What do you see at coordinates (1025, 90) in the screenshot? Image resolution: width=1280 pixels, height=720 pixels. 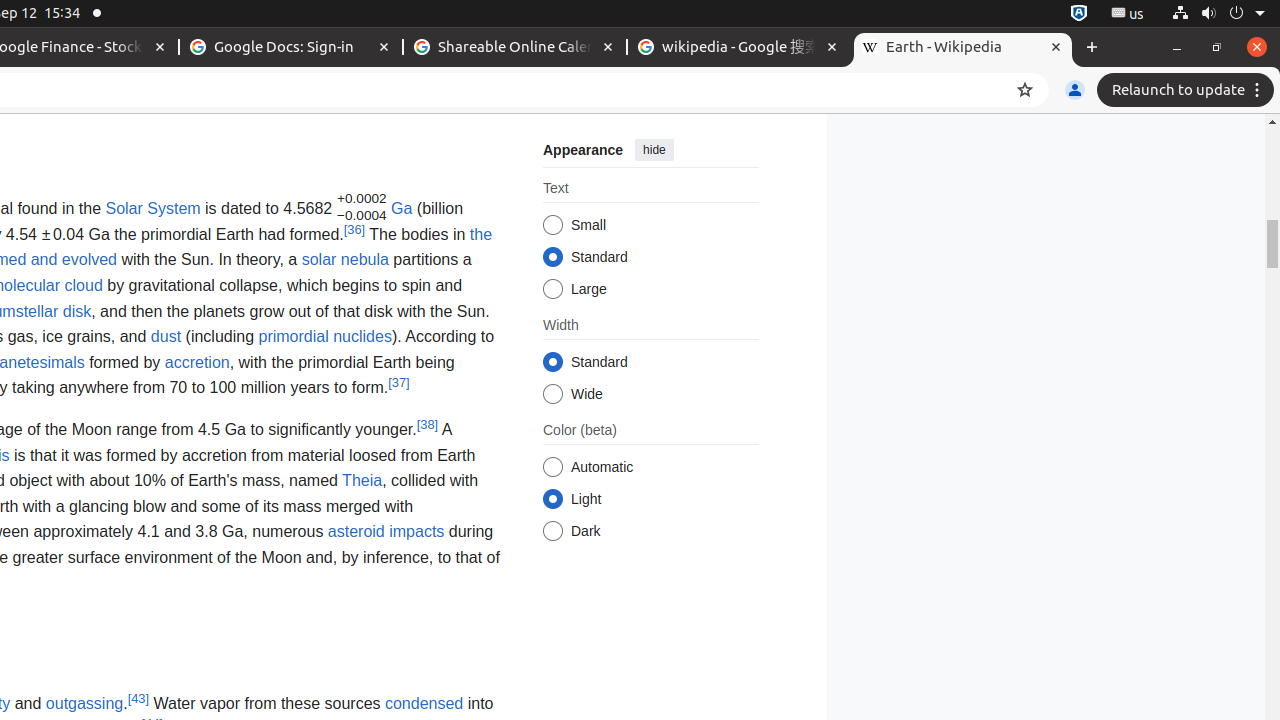 I see `'Bookmark this tab'` at bounding box center [1025, 90].